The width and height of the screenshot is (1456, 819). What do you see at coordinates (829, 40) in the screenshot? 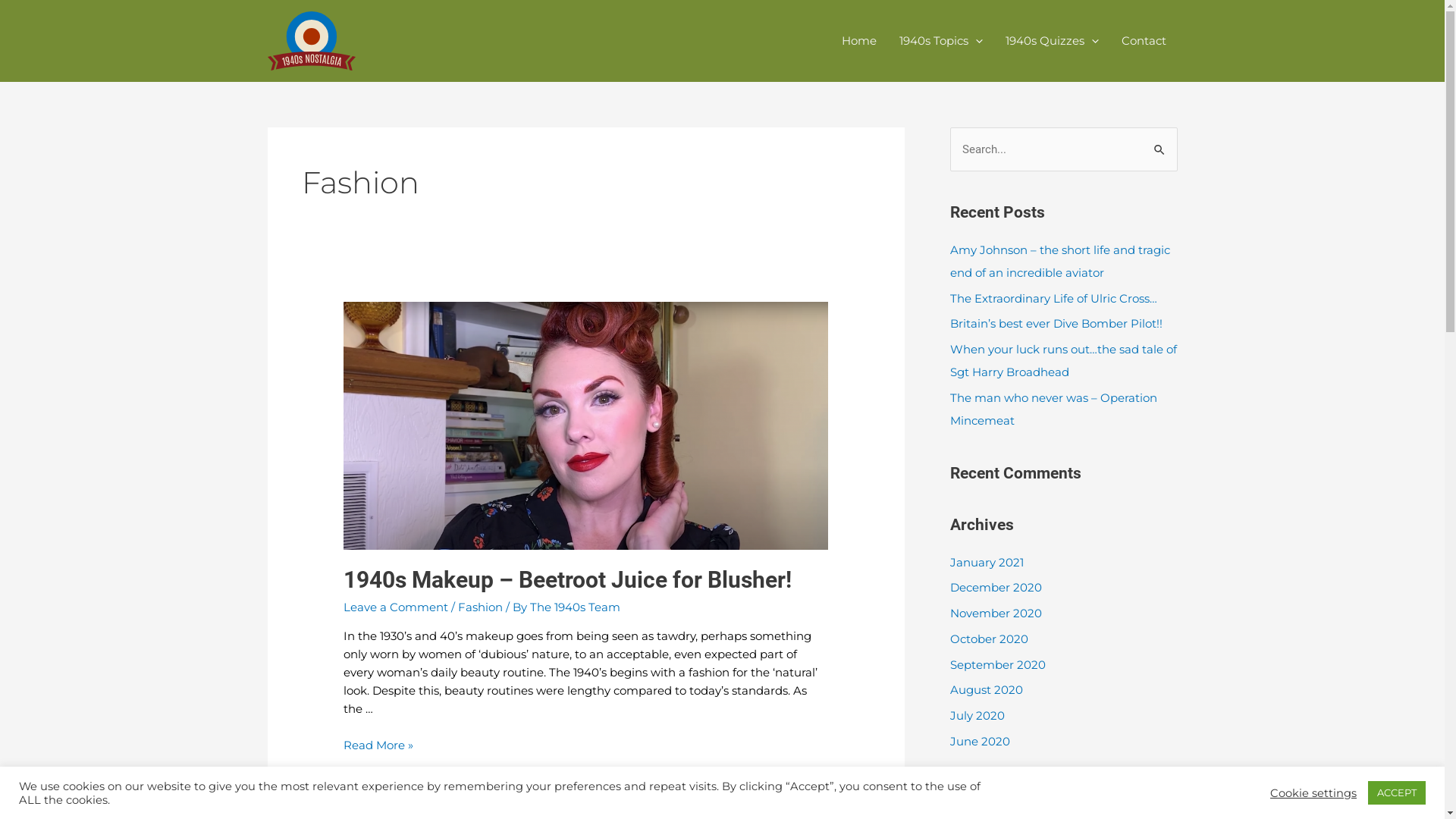
I see `'Home'` at bounding box center [829, 40].